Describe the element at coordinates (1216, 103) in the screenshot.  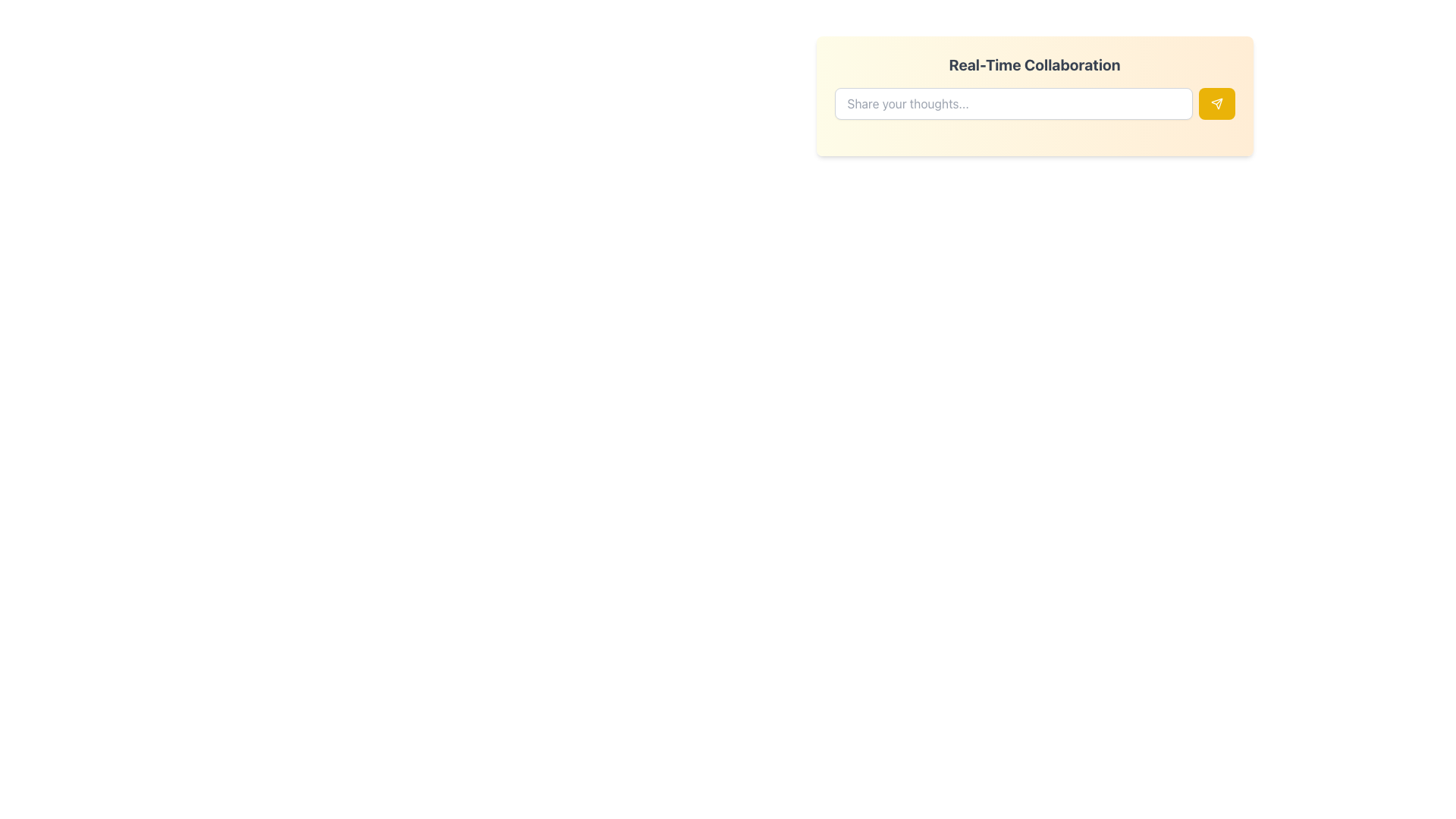
I see `the icon located at the bottom-right of the 'Real-Time Collaboration' panel` at that location.